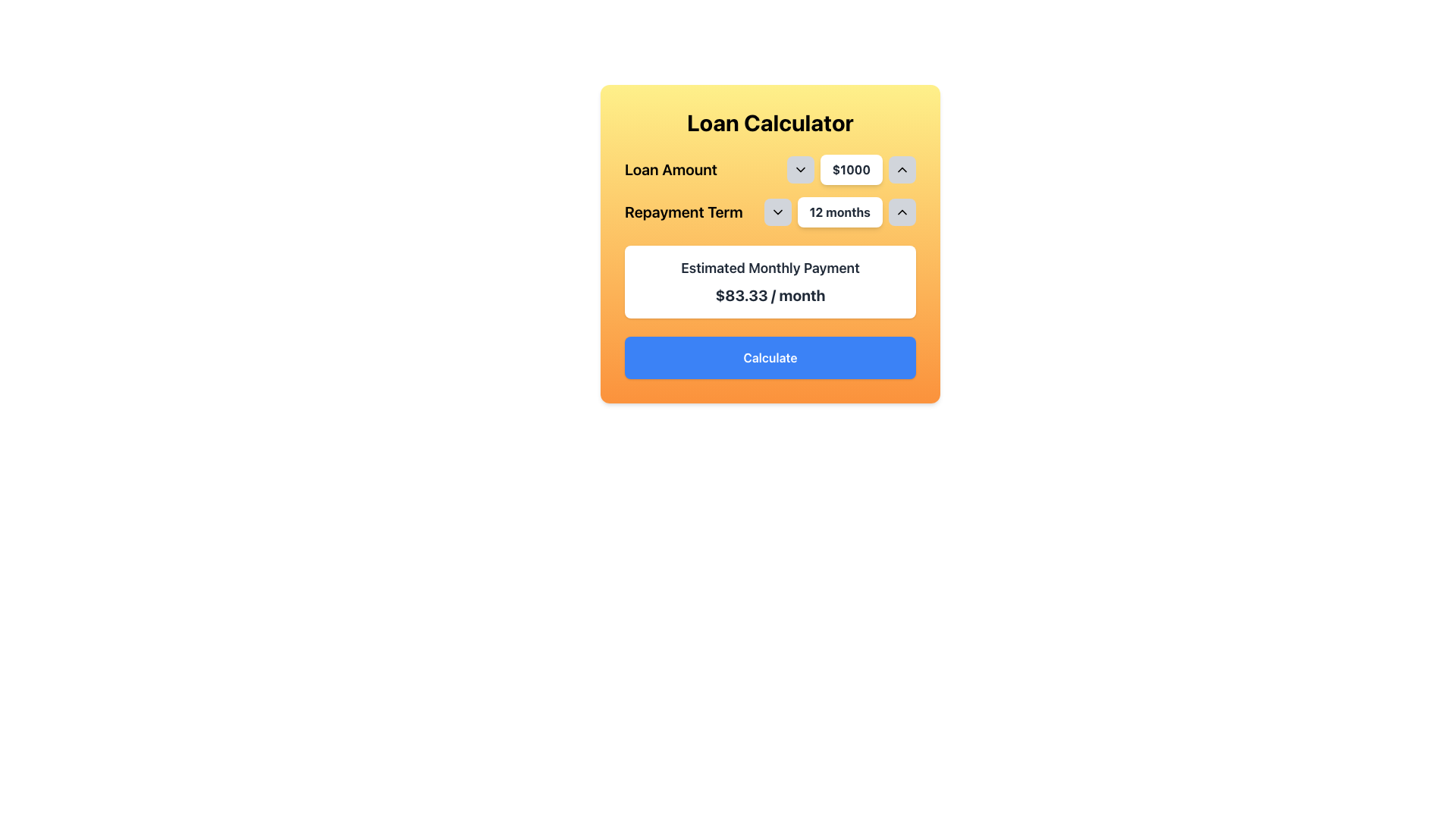 This screenshot has height=819, width=1456. Describe the element at coordinates (839, 212) in the screenshot. I see `the Static Label displaying '12 months', which is styled with a bold font, gray text, and is positioned to the right of the 'Repayment Term' dropdown label` at that location.